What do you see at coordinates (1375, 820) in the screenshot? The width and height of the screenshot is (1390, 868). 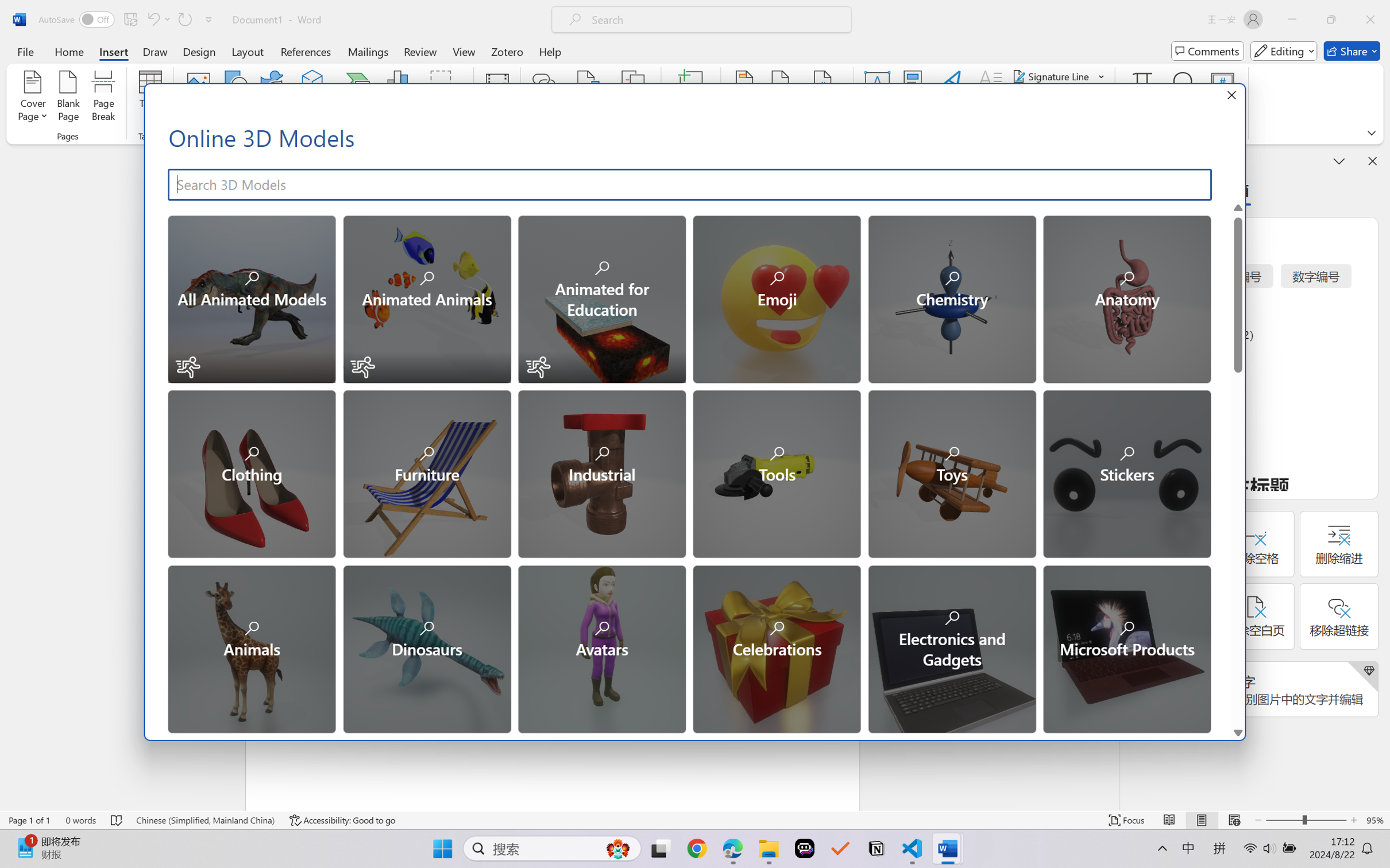 I see `'Zoom 95%'` at bounding box center [1375, 820].